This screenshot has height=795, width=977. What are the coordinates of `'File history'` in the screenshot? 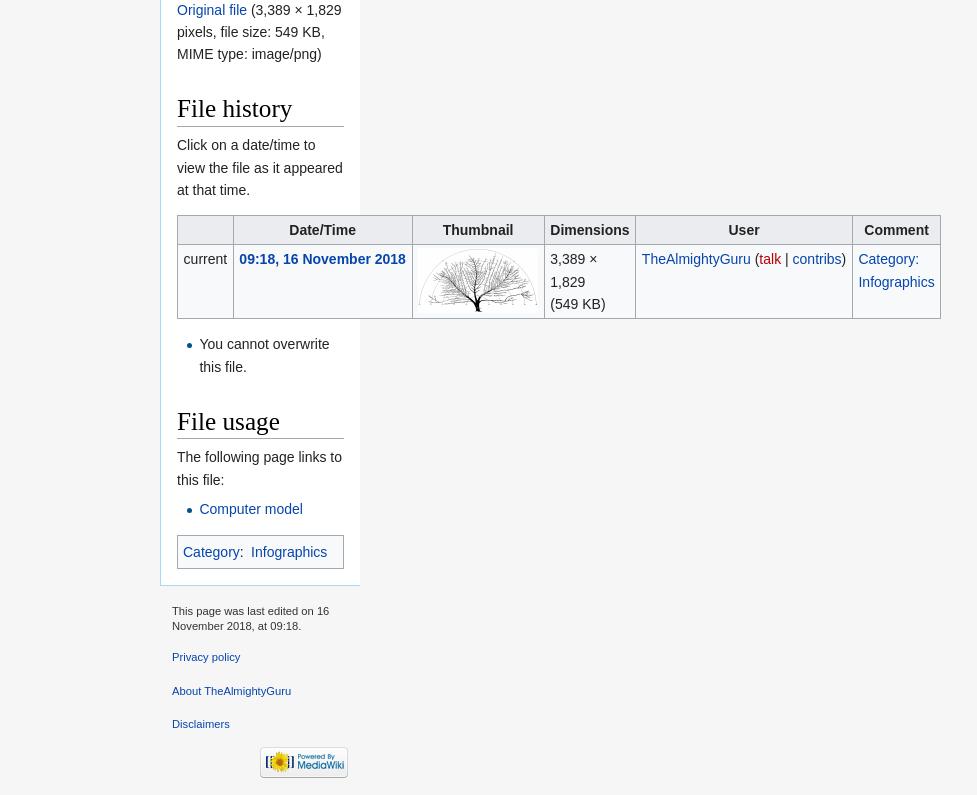 It's located at (233, 107).